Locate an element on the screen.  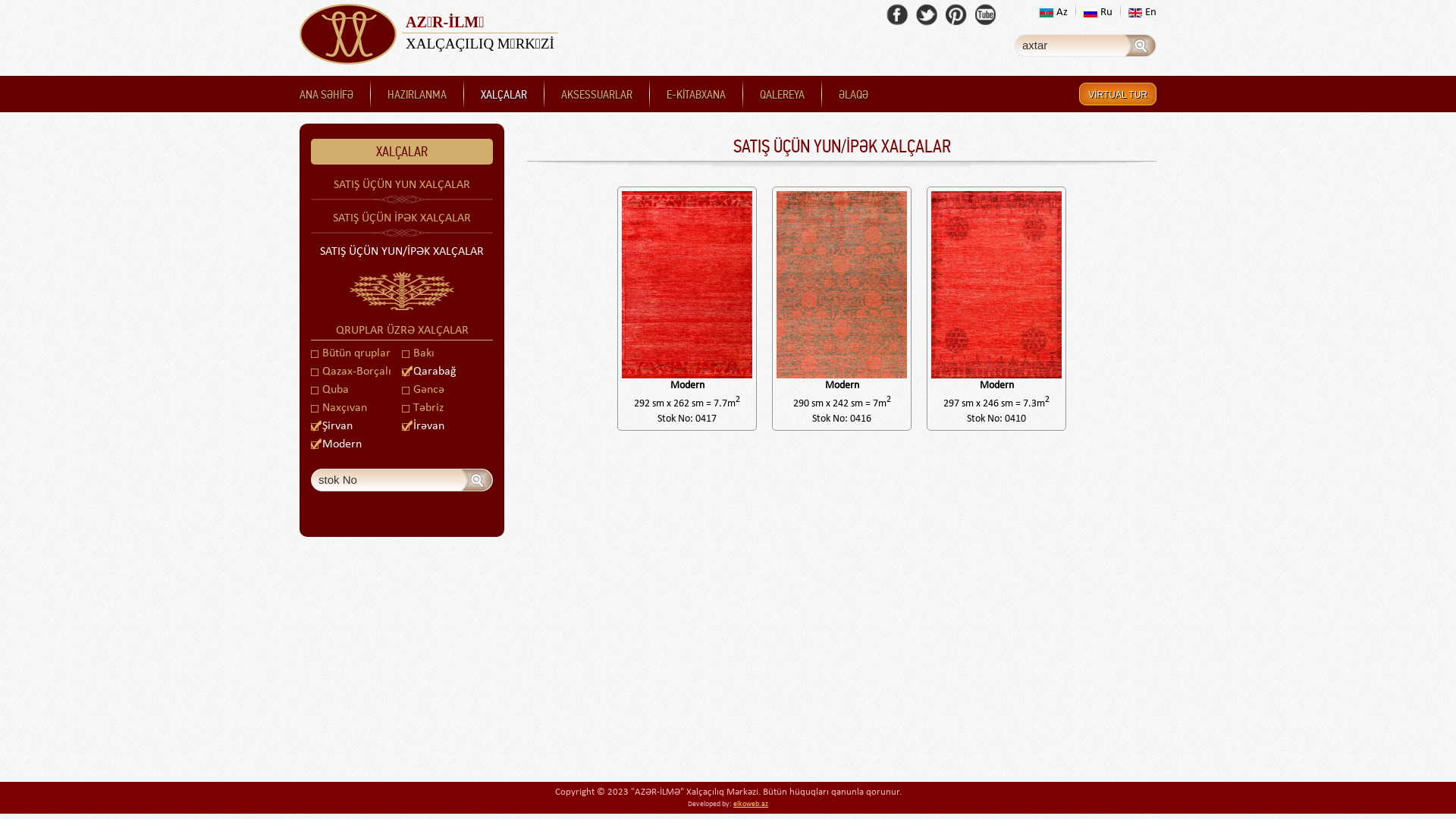
'Az' is located at coordinates (1053, 12).